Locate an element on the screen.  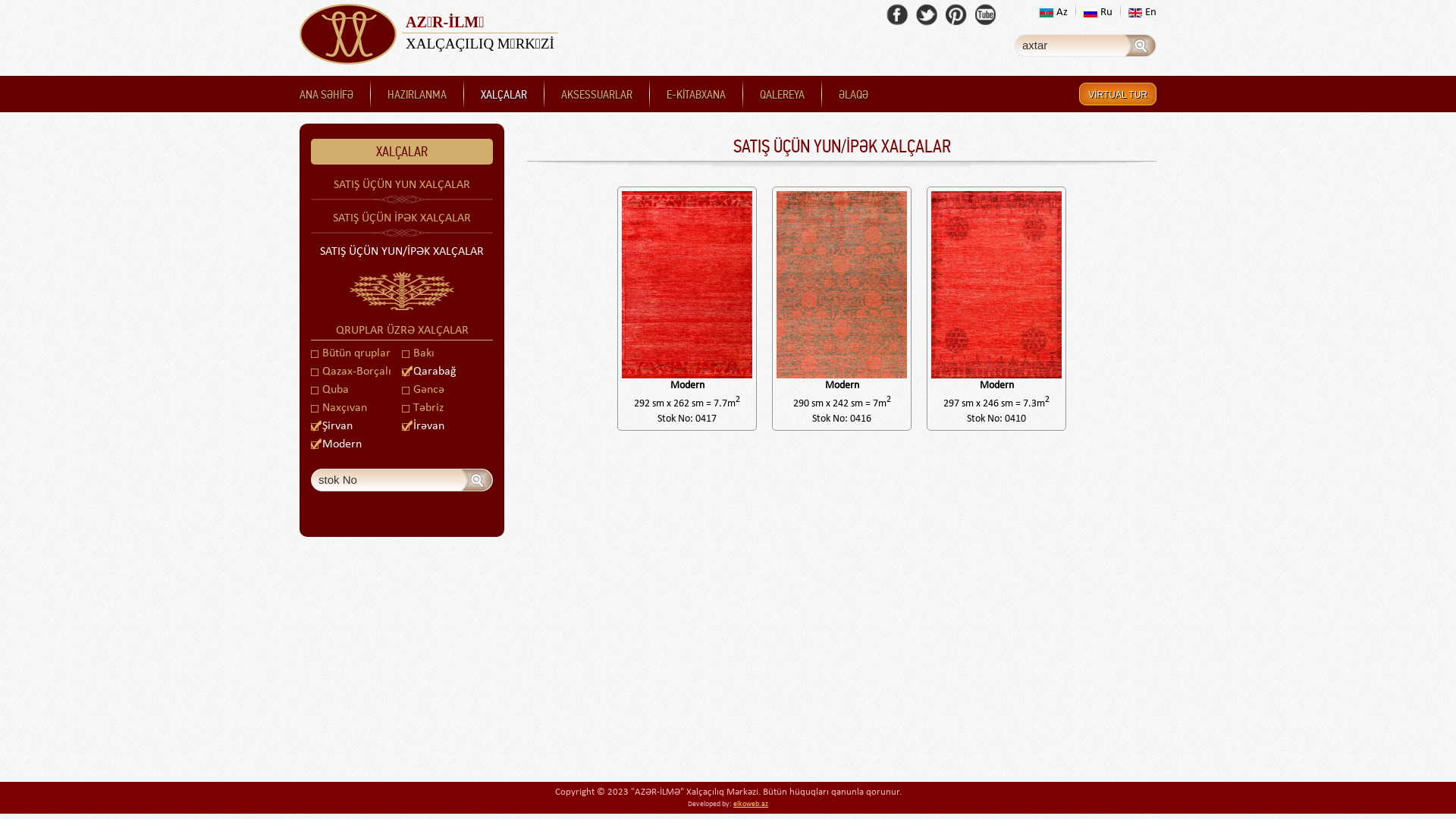
'Az' is located at coordinates (1053, 12).